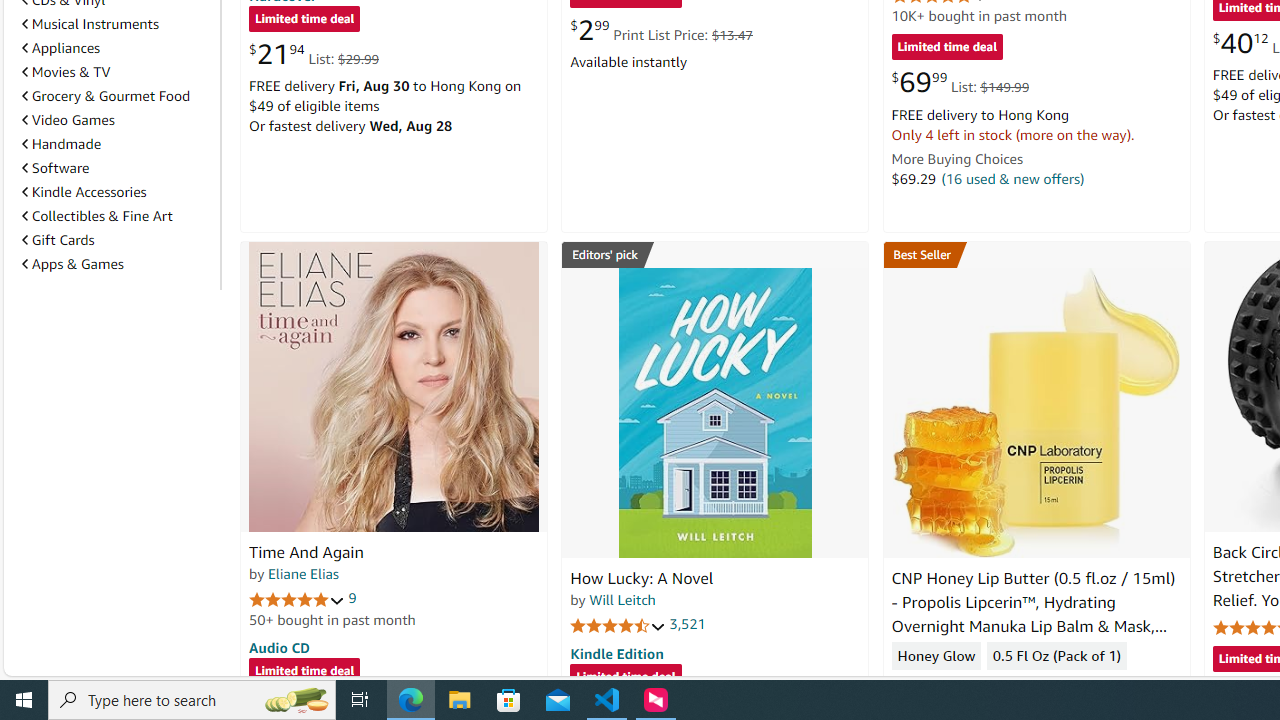 The image size is (1280, 720). What do you see at coordinates (68, 119) in the screenshot?
I see `'Video Games'` at bounding box center [68, 119].